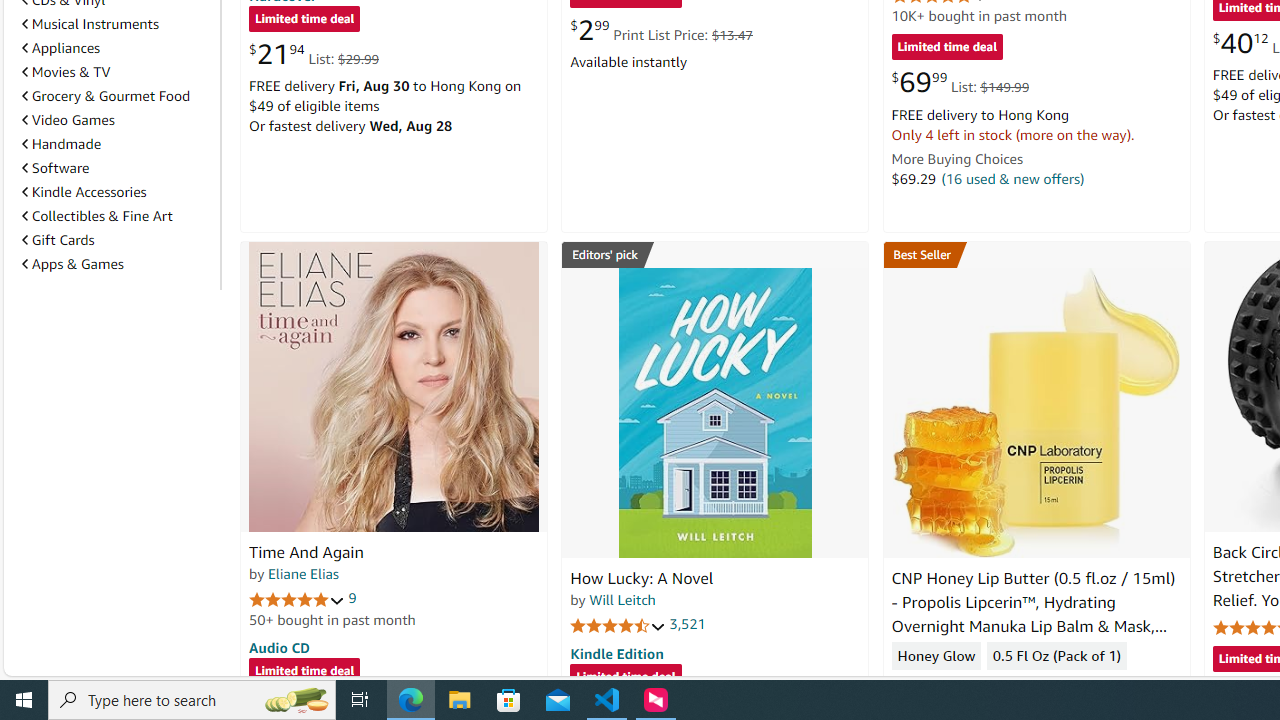 The image size is (1280, 720). What do you see at coordinates (68, 119) in the screenshot?
I see `'Video Games'` at bounding box center [68, 119].